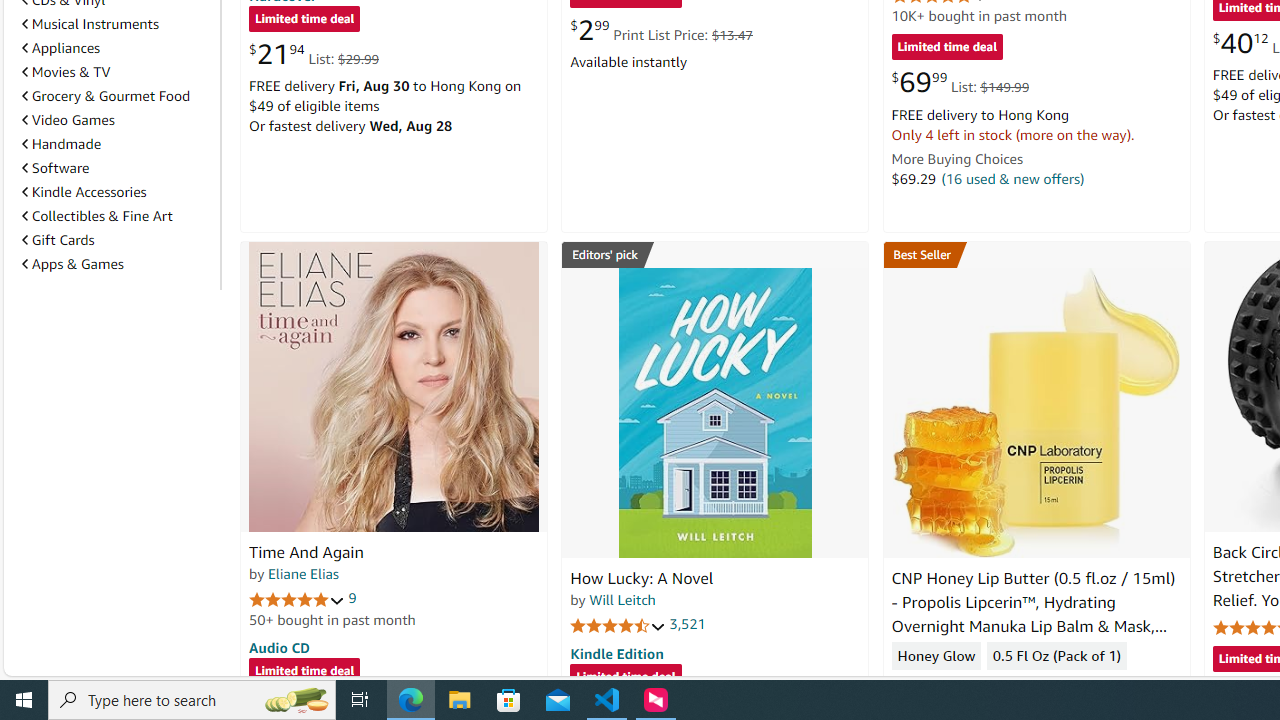 The image size is (1280, 720). What do you see at coordinates (68, 119) in the screenshot?
I see `'Video Games'` at bounding box center [68, 119].